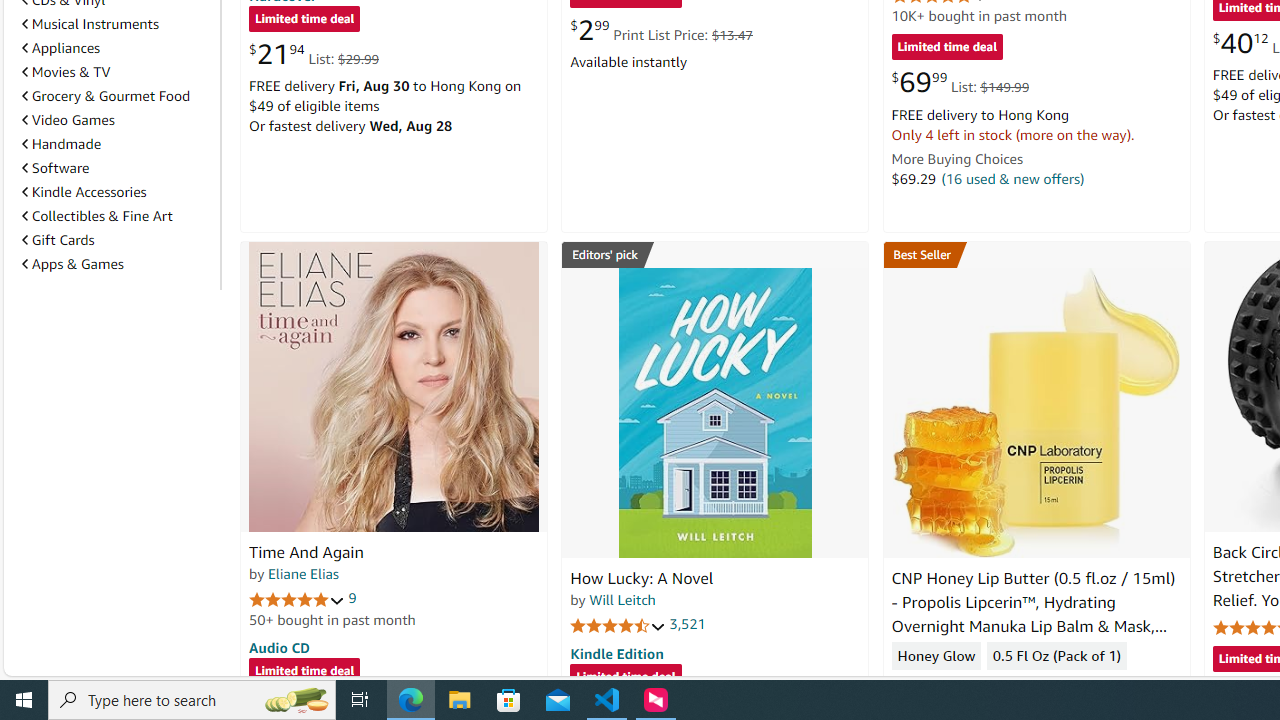 The image size is (1280, 720). What do you see at coordinates (68, 119) in the screenshot?
I see `'Video Games'` at bounding box center [68, 119].